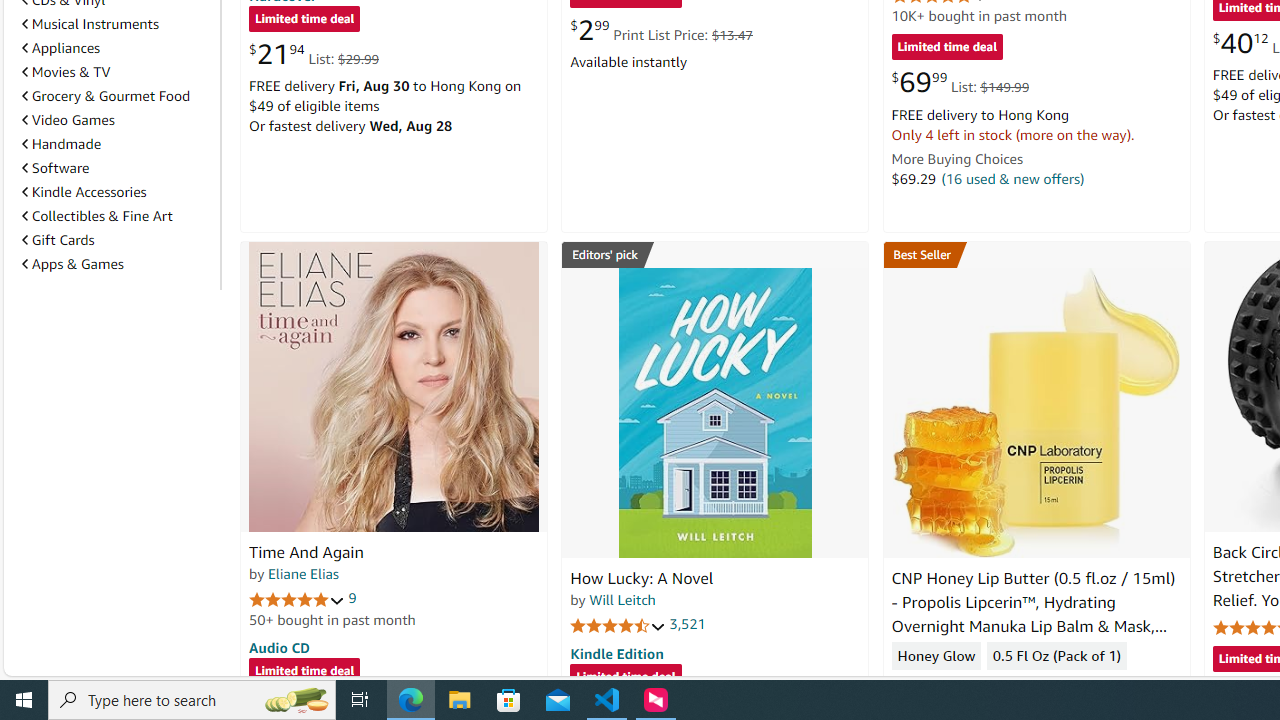 The image size is (1280, 720). What do you see at coordinates (68, 119) in the screenshot?
I see `'Video Games'` at bounding box center [68, 119].